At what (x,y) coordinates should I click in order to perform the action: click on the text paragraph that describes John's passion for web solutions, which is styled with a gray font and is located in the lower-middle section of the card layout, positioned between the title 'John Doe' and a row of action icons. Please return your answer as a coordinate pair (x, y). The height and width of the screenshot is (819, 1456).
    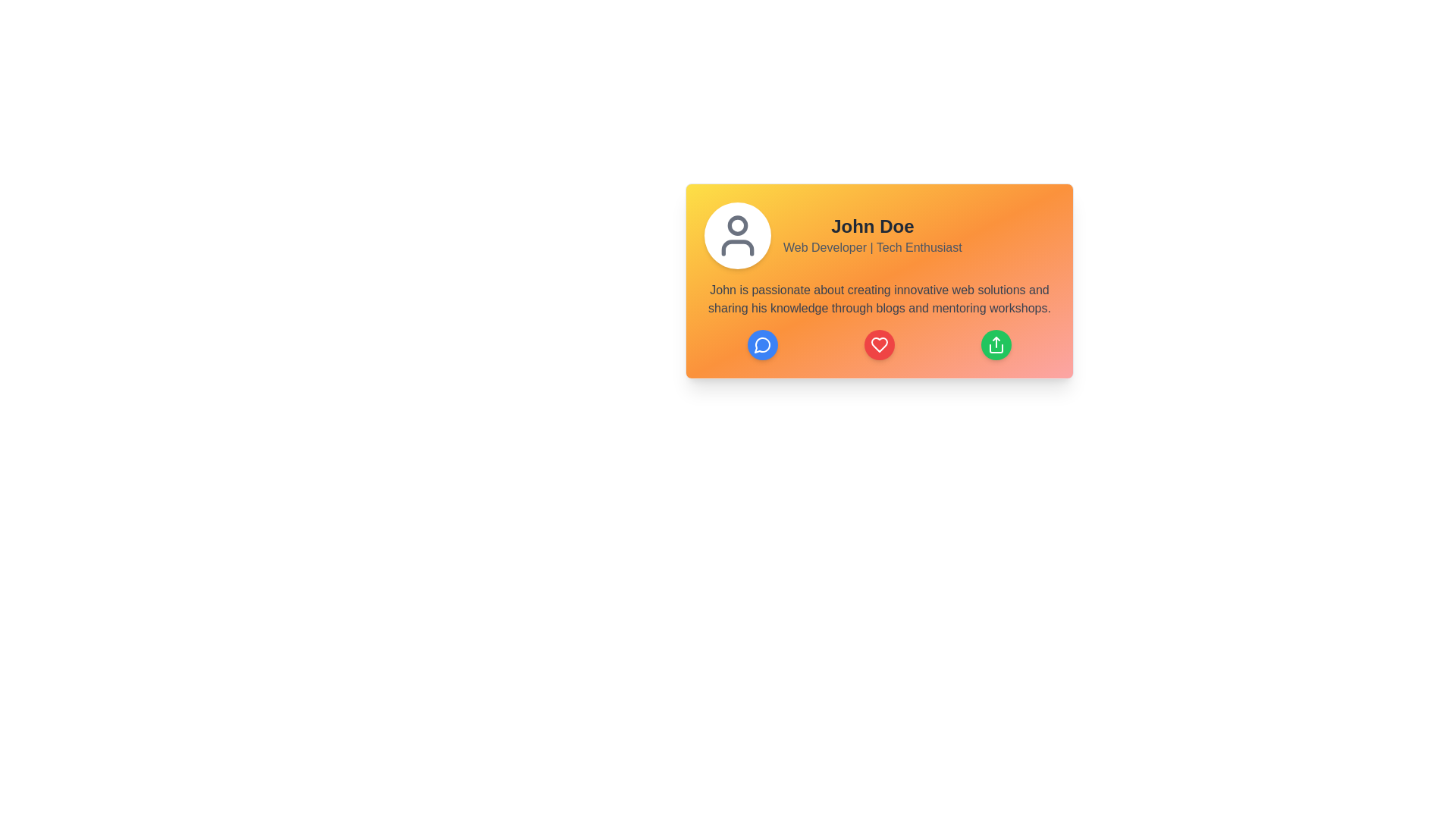
    Looking at the image, I should click on (880, 299).